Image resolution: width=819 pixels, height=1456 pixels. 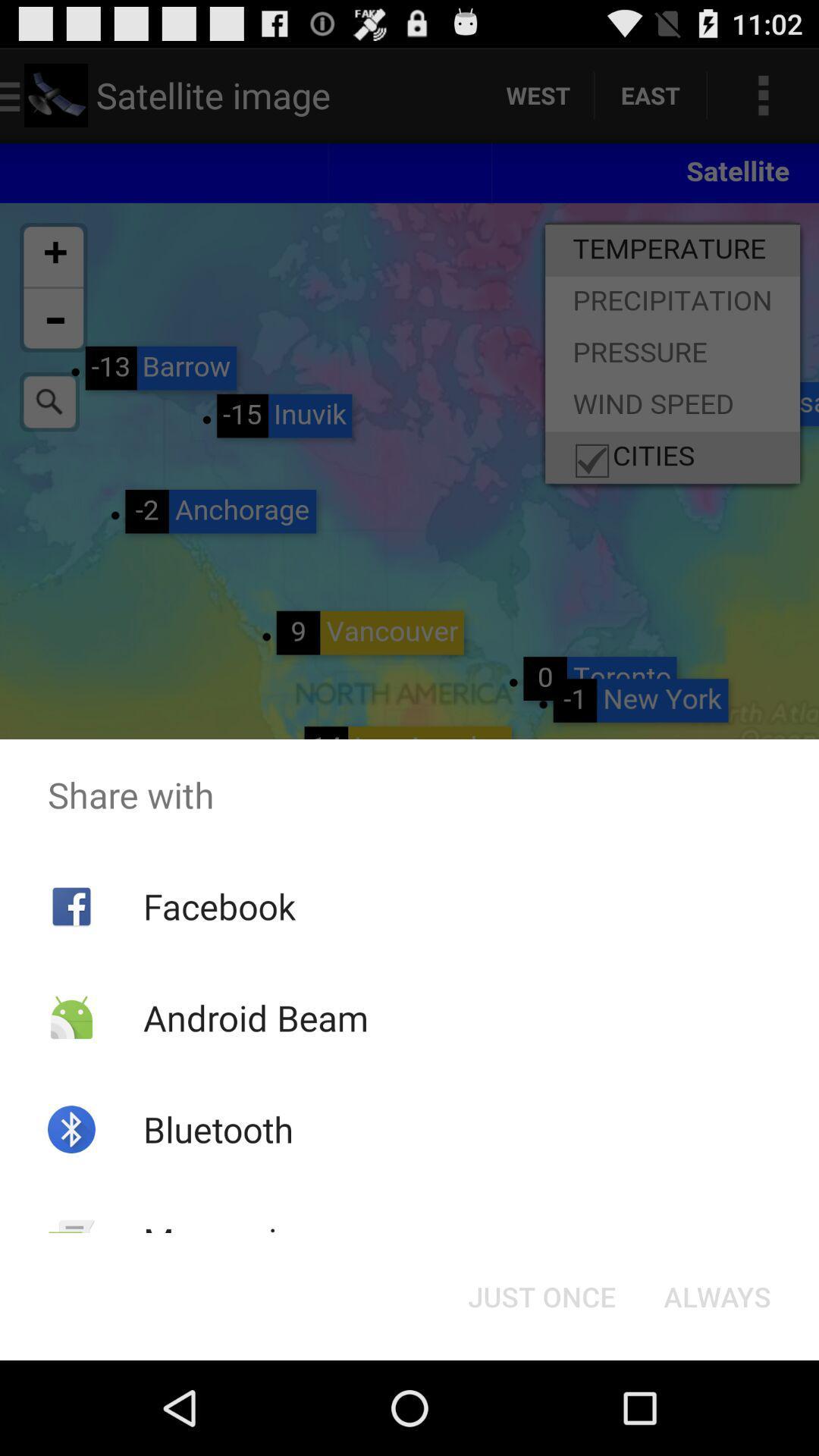 I want to click on icon to the right of the messaging app, so click(x=541, y=1295).